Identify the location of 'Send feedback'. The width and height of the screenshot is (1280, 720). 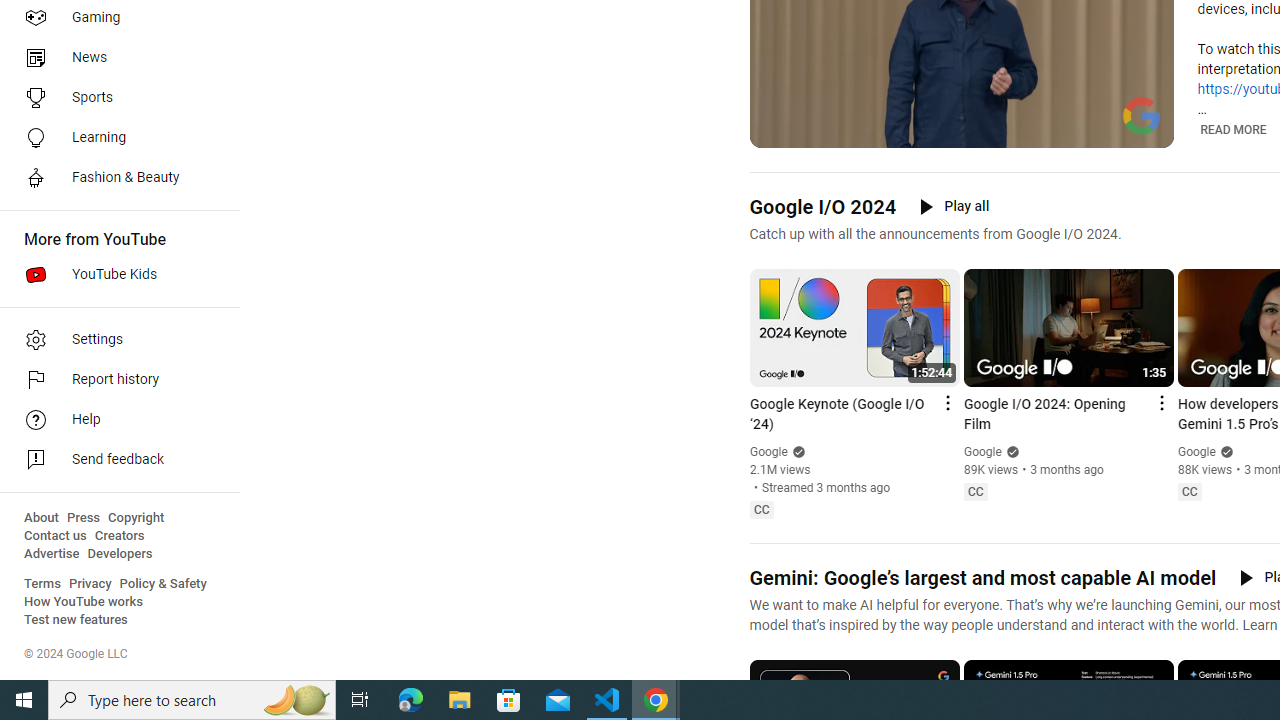
(112, 460).